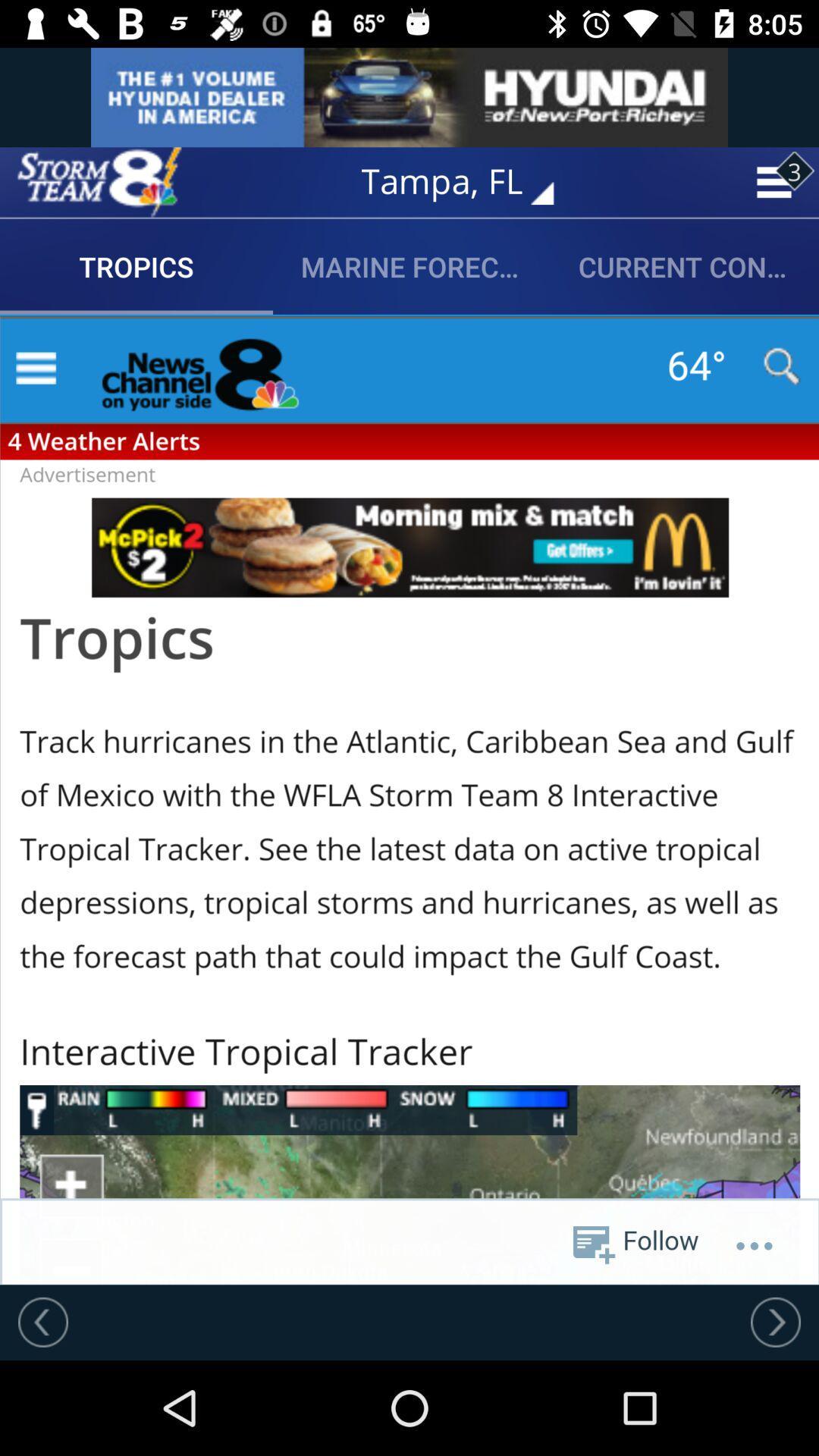  I want to click on move forward, so click(775, 1321).